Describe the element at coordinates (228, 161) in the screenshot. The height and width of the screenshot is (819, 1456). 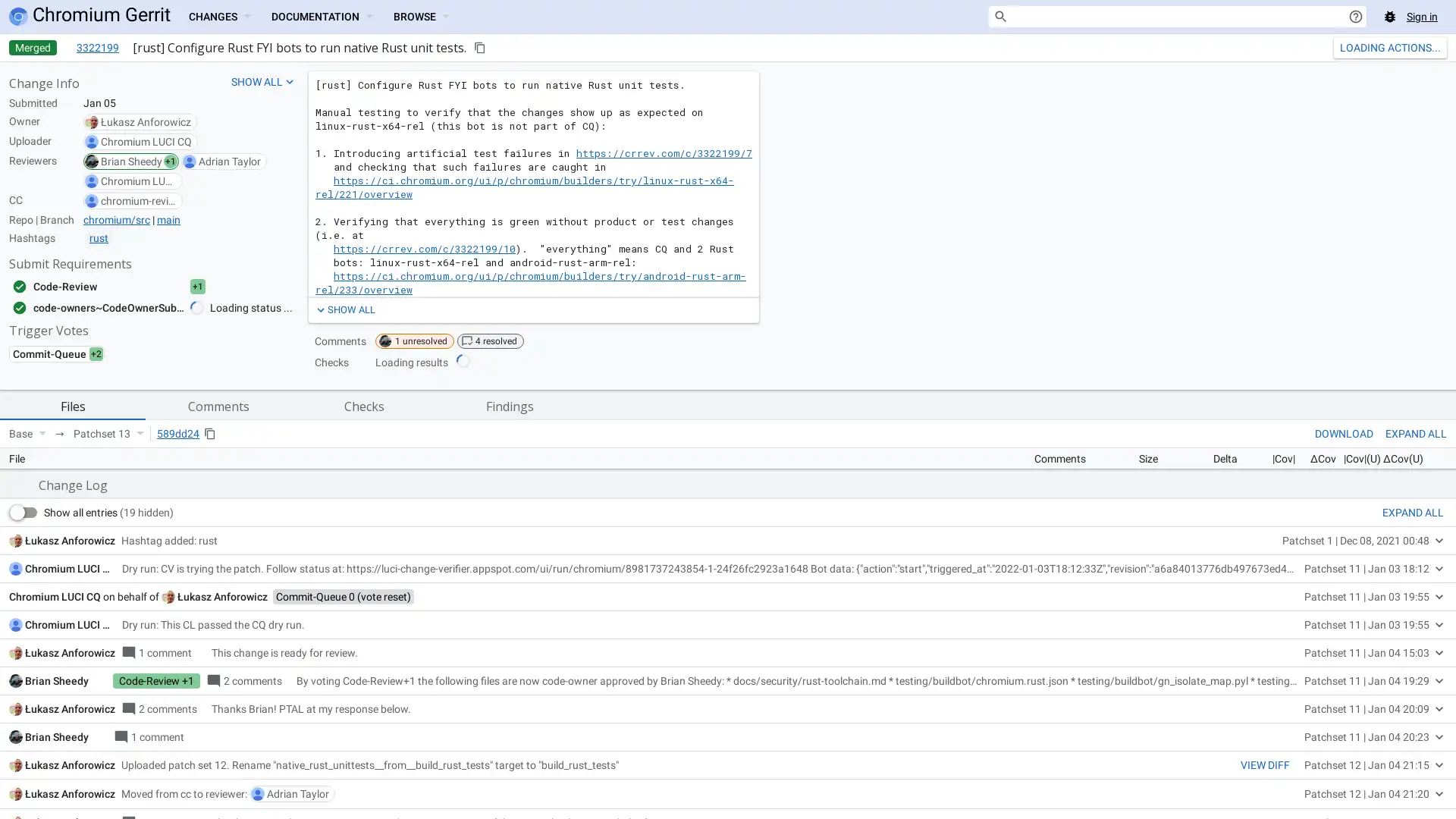
I see `Adrian Taylor` at that location.